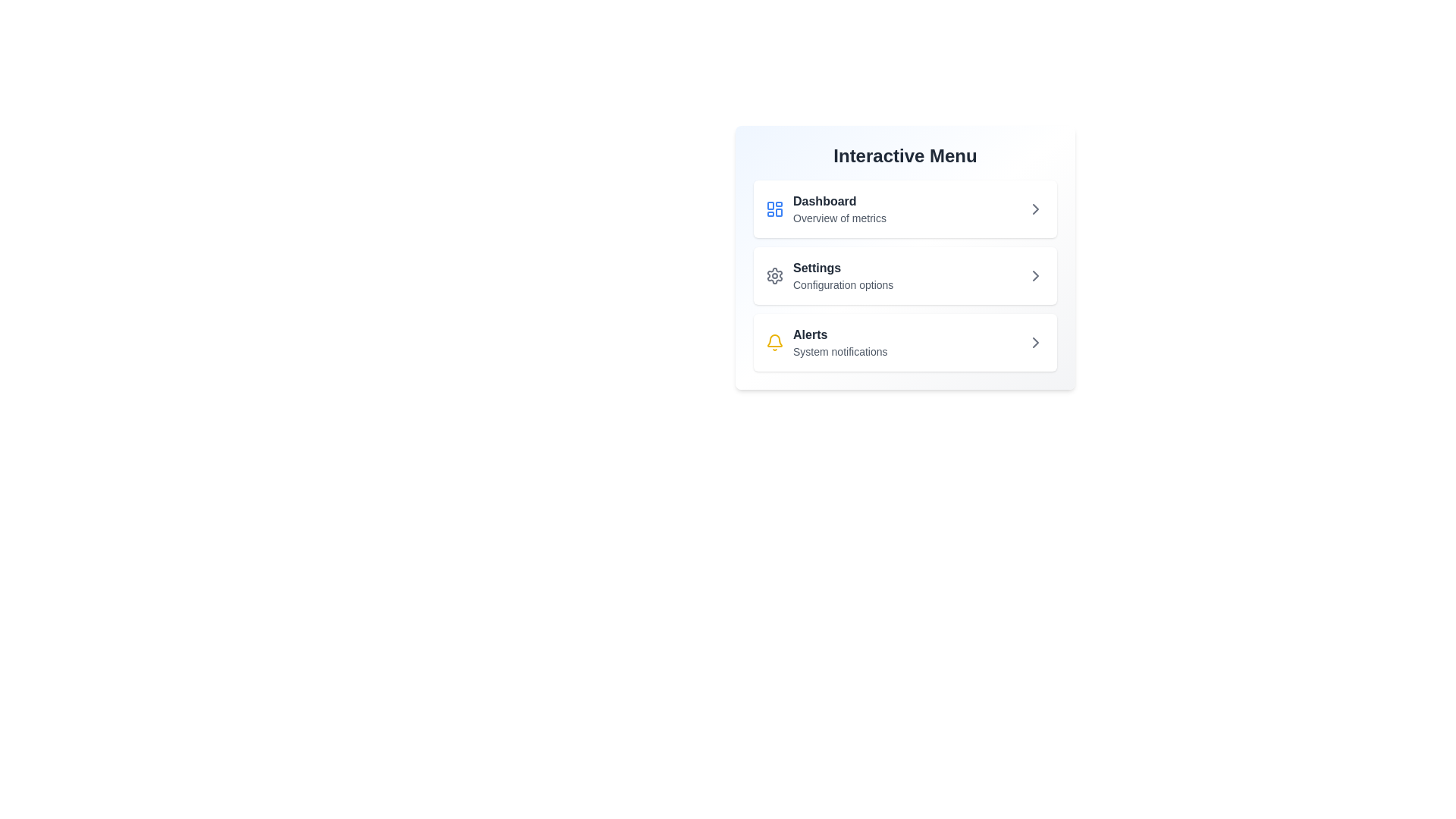 The image size is (1456, 819). I want to click on the 'Dashboard' text label, which is the first item in a vertical list of options, styled with a bold dark gray font and accompanied by a description below it, so click(839, 209).